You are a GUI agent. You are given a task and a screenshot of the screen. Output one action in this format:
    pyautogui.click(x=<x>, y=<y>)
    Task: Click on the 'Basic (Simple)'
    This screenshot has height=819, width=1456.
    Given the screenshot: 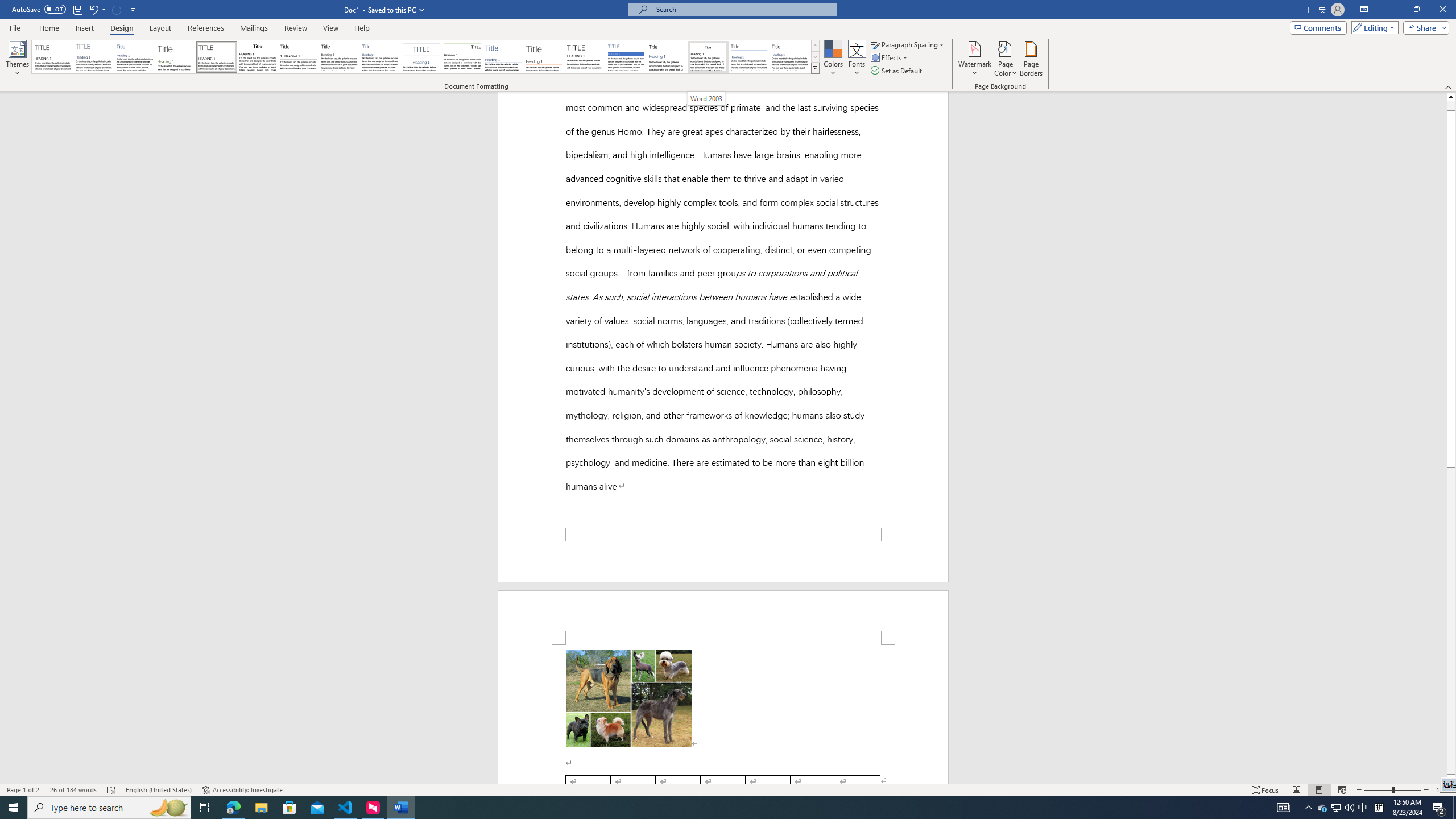 What is the action you would take?
    pyautogui.click(x=135, y=56)
    